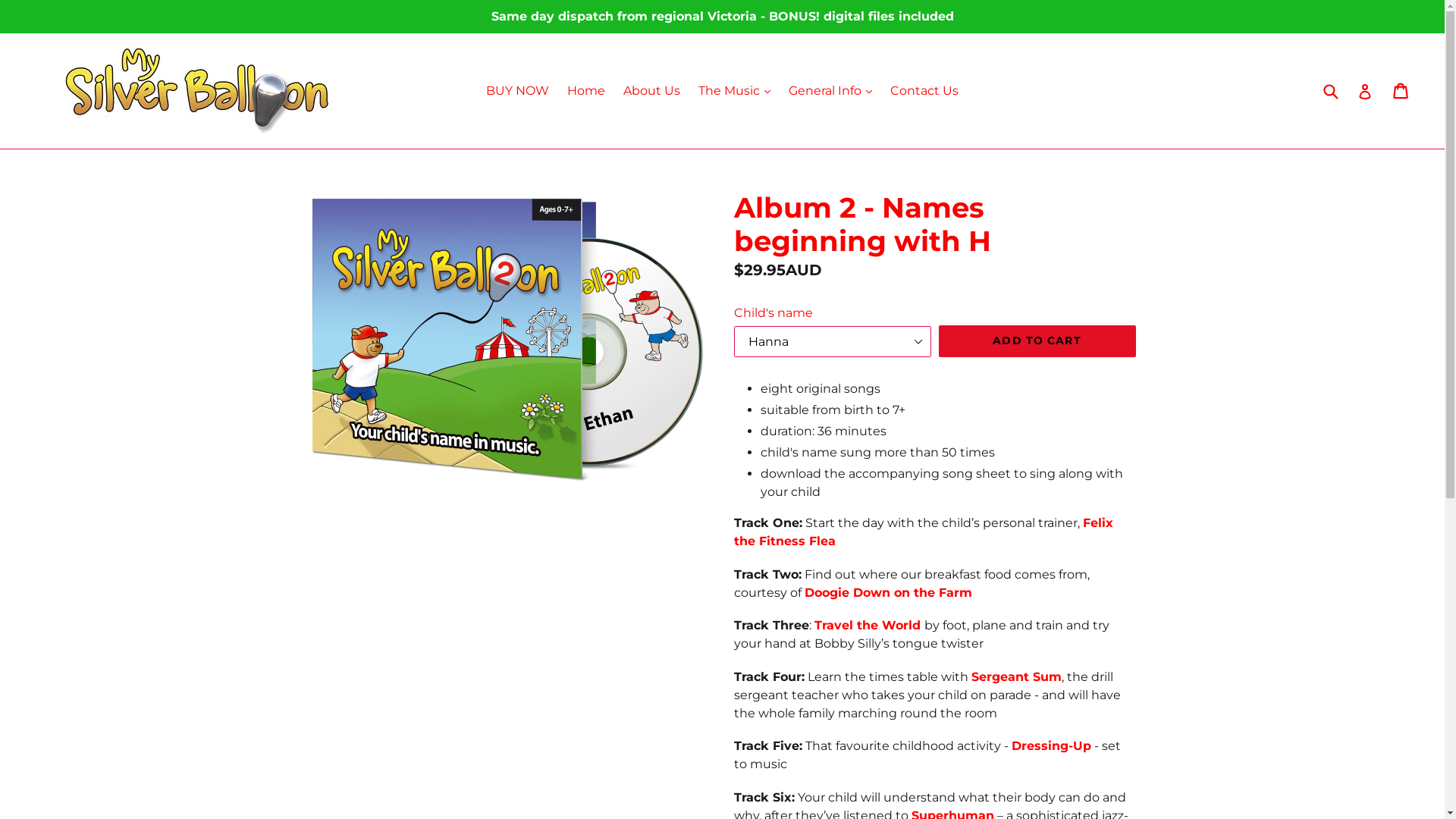 This screenshot has height=819, width=1456. I want to click on 'About Us', so click(651, 90).